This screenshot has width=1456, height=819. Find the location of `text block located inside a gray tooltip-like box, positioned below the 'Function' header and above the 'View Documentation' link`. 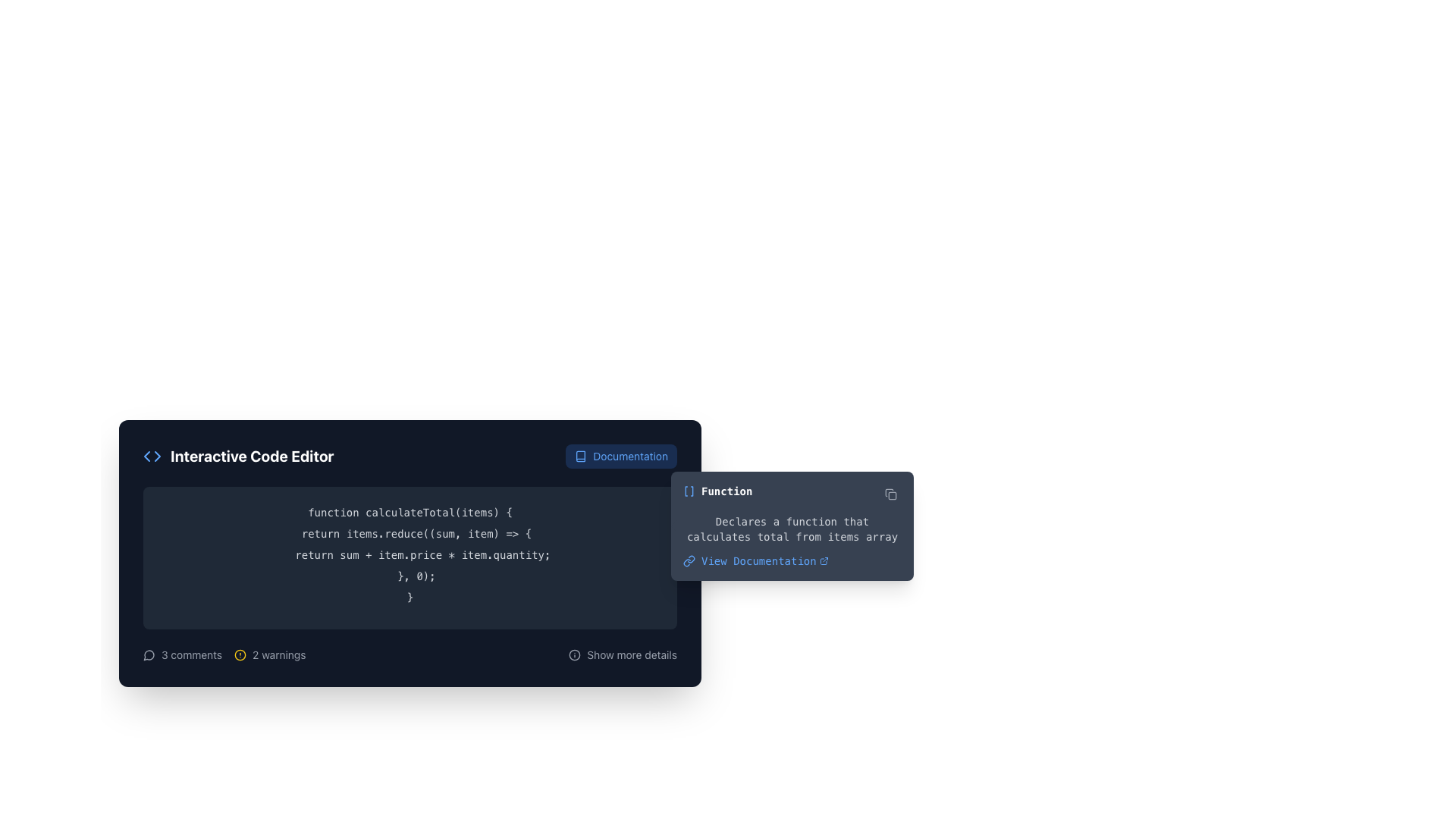

text block located inside a gray tooltip-like box, positioned below the 'Function' header and above the 'View Documentation' link is located at coordinates (792, 529).